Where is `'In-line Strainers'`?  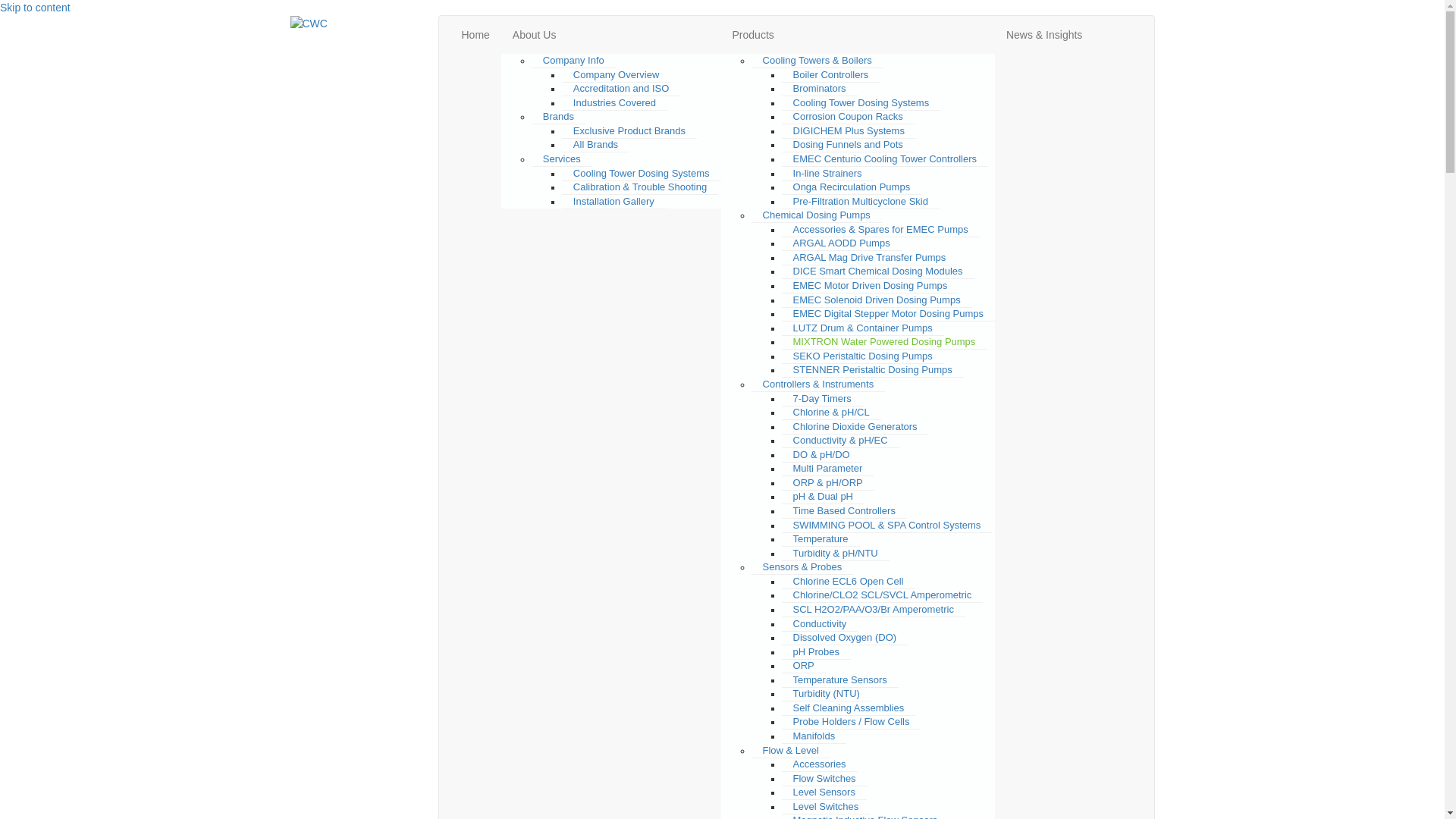
'In-line Strainers' is located at coordinates (782, 171).